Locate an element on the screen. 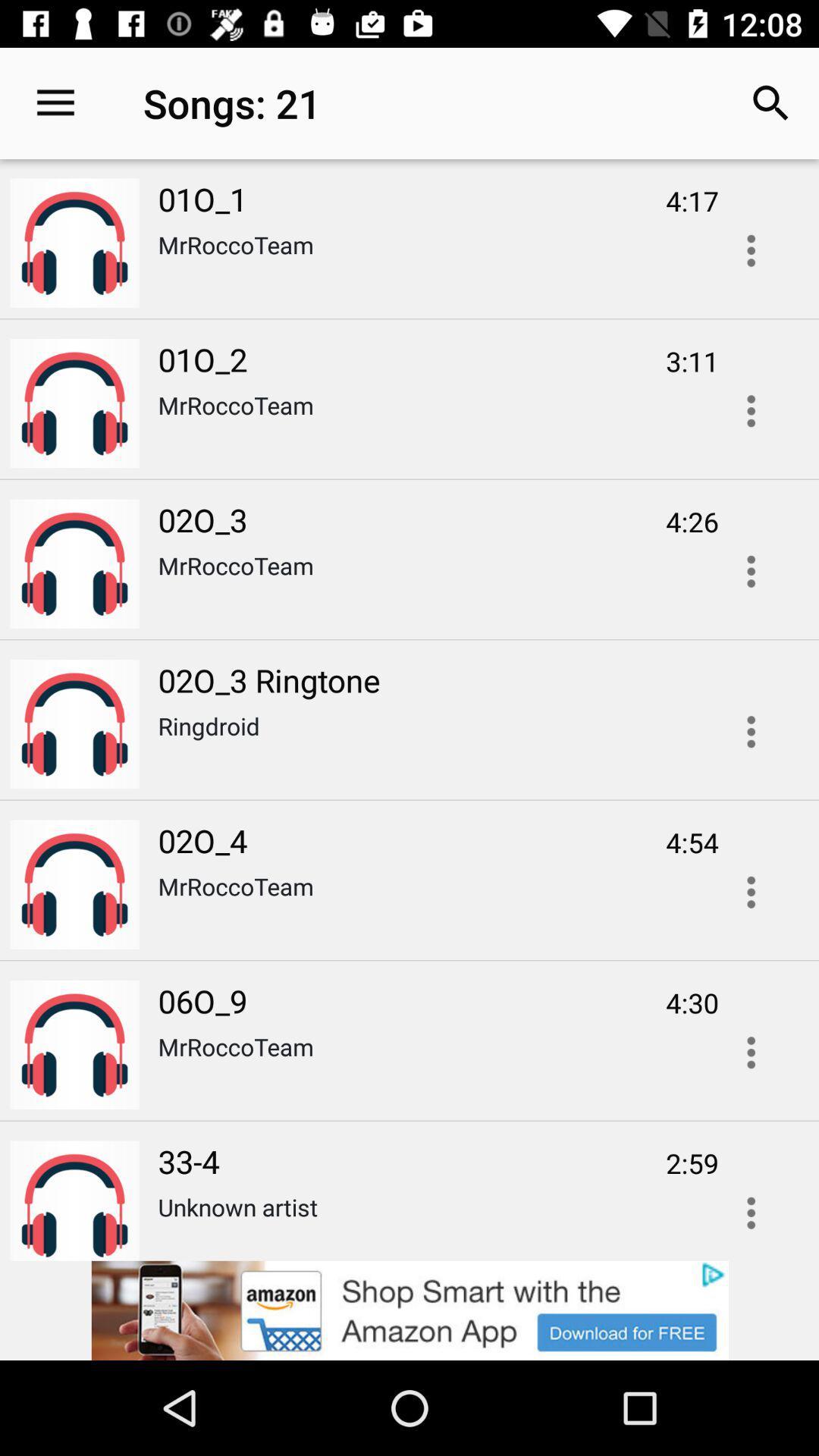 This screenshot has width=819, height=1456. open options is located at coordinates (751, 250).